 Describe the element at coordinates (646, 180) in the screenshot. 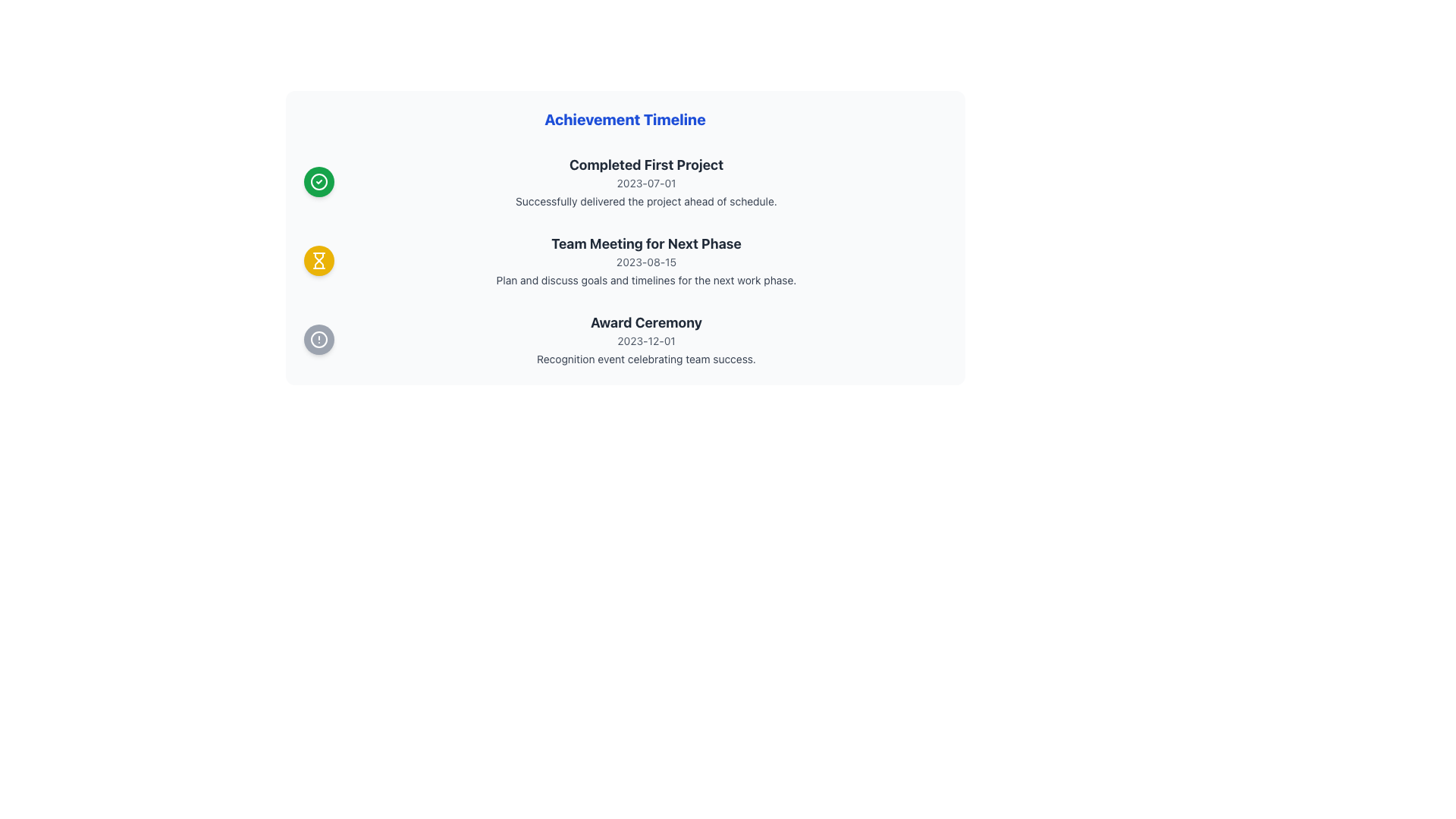

I see `details of the first achievement milestone 'Completed First Project' including the date '2023-07-01' and description 'Successfully delivered the project ahead of schedule.'` at that location.